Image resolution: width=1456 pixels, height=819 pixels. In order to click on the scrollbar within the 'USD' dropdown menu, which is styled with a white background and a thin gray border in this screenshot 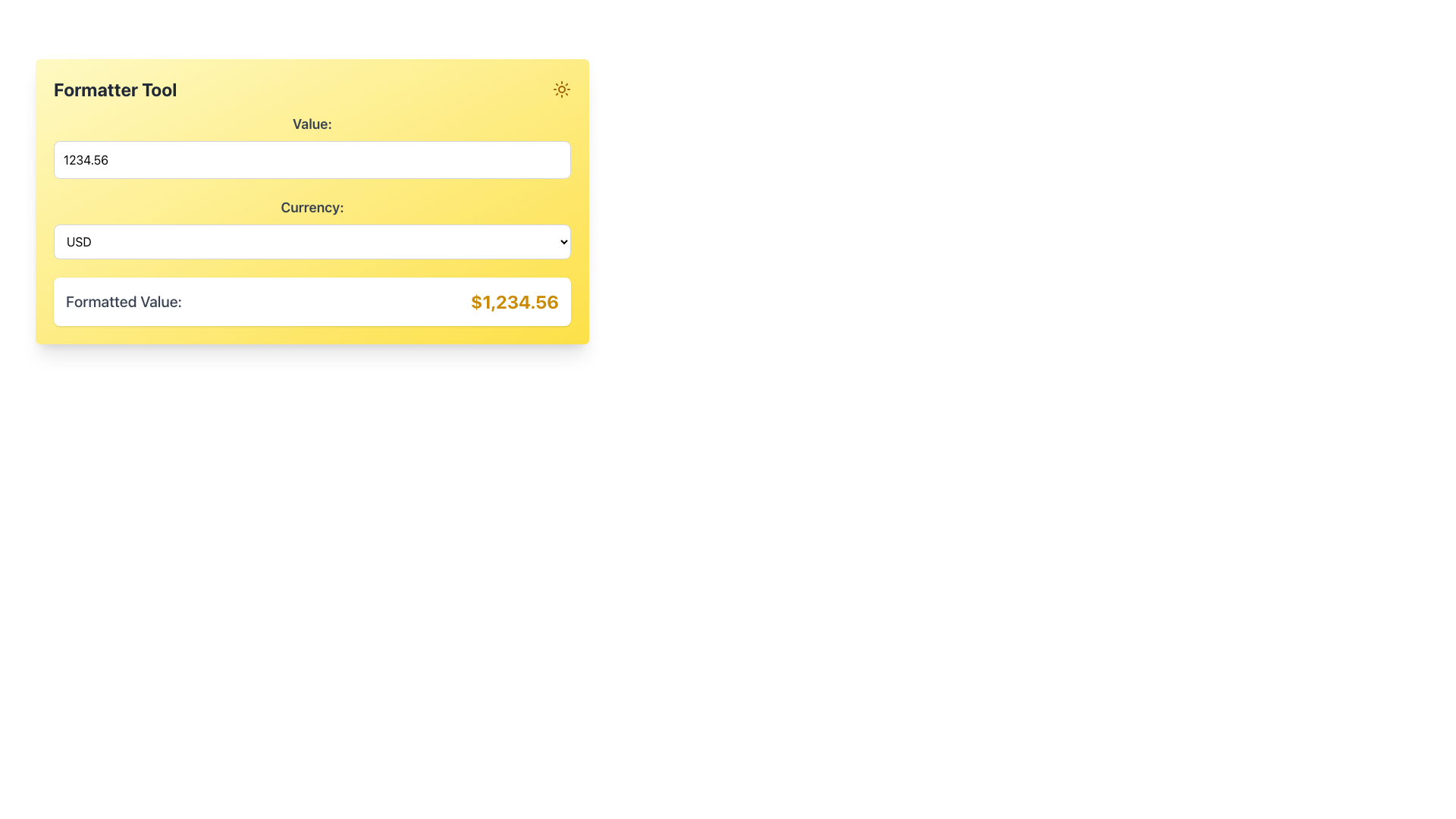, I will do `click(312, 241)`.